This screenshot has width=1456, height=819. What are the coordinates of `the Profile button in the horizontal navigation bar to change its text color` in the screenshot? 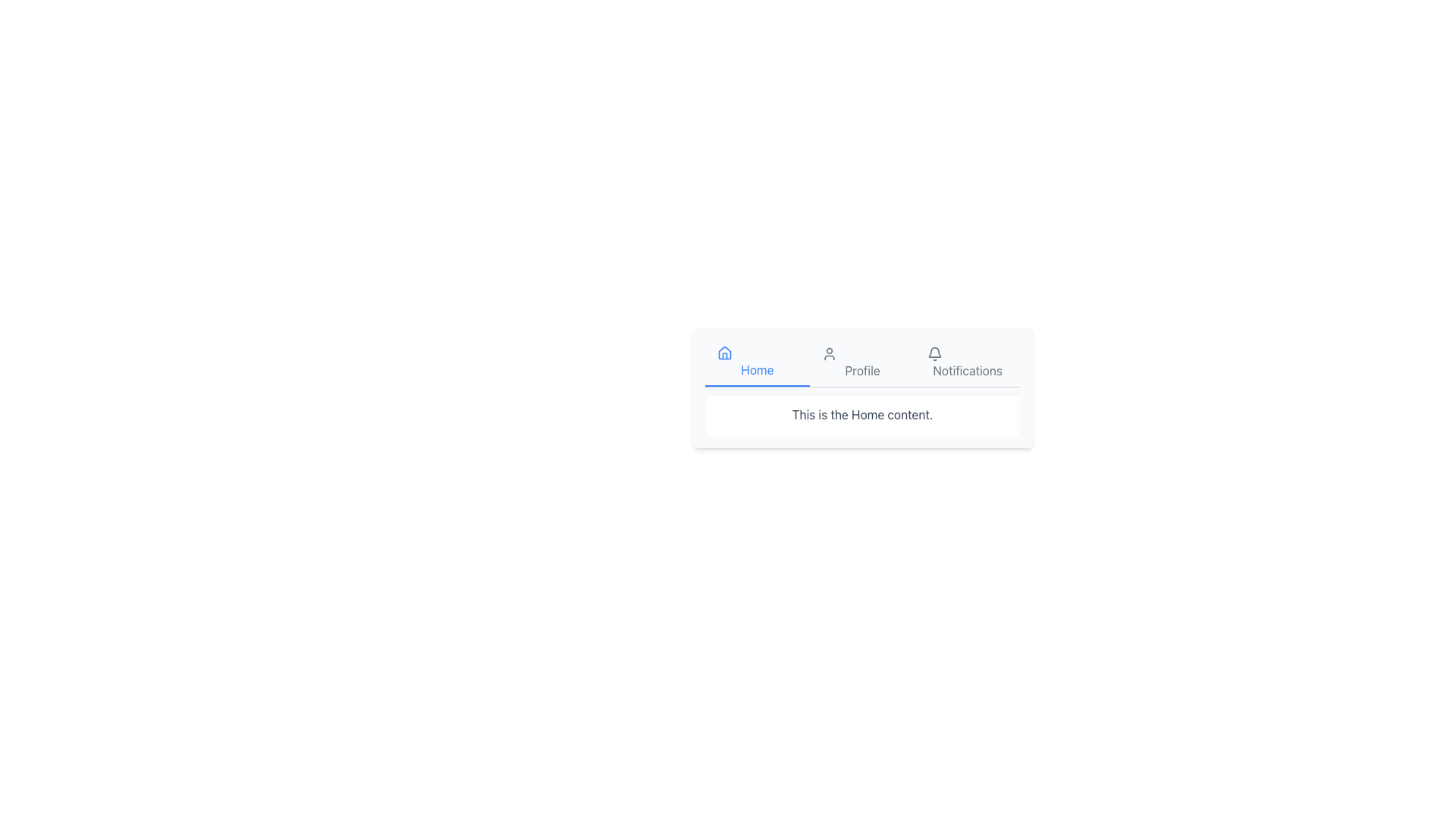 It's located at (862, 362).